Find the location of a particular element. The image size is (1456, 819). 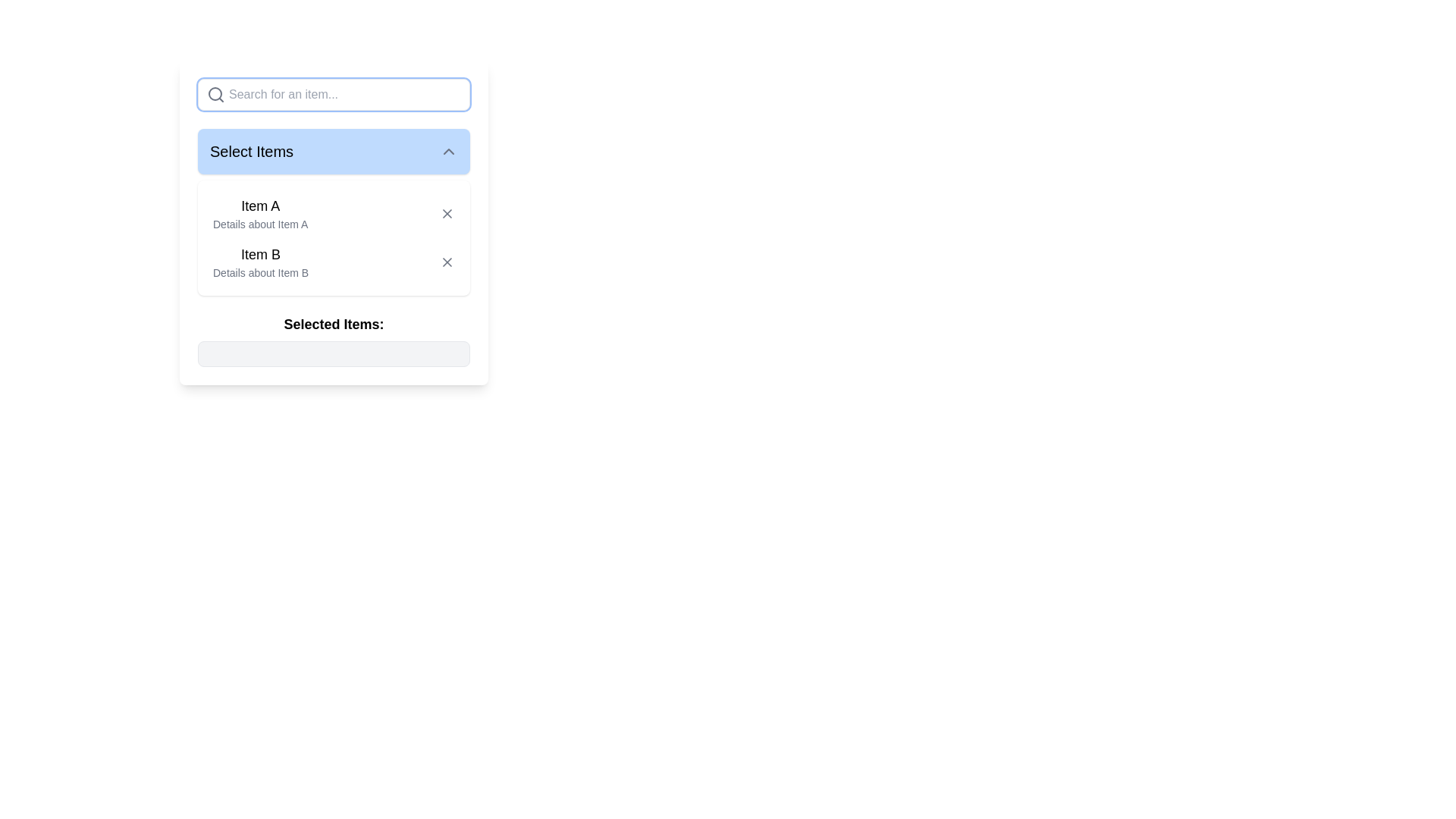

the dropdown list item labeled 'Item A' is located at coordinates (333, 237).